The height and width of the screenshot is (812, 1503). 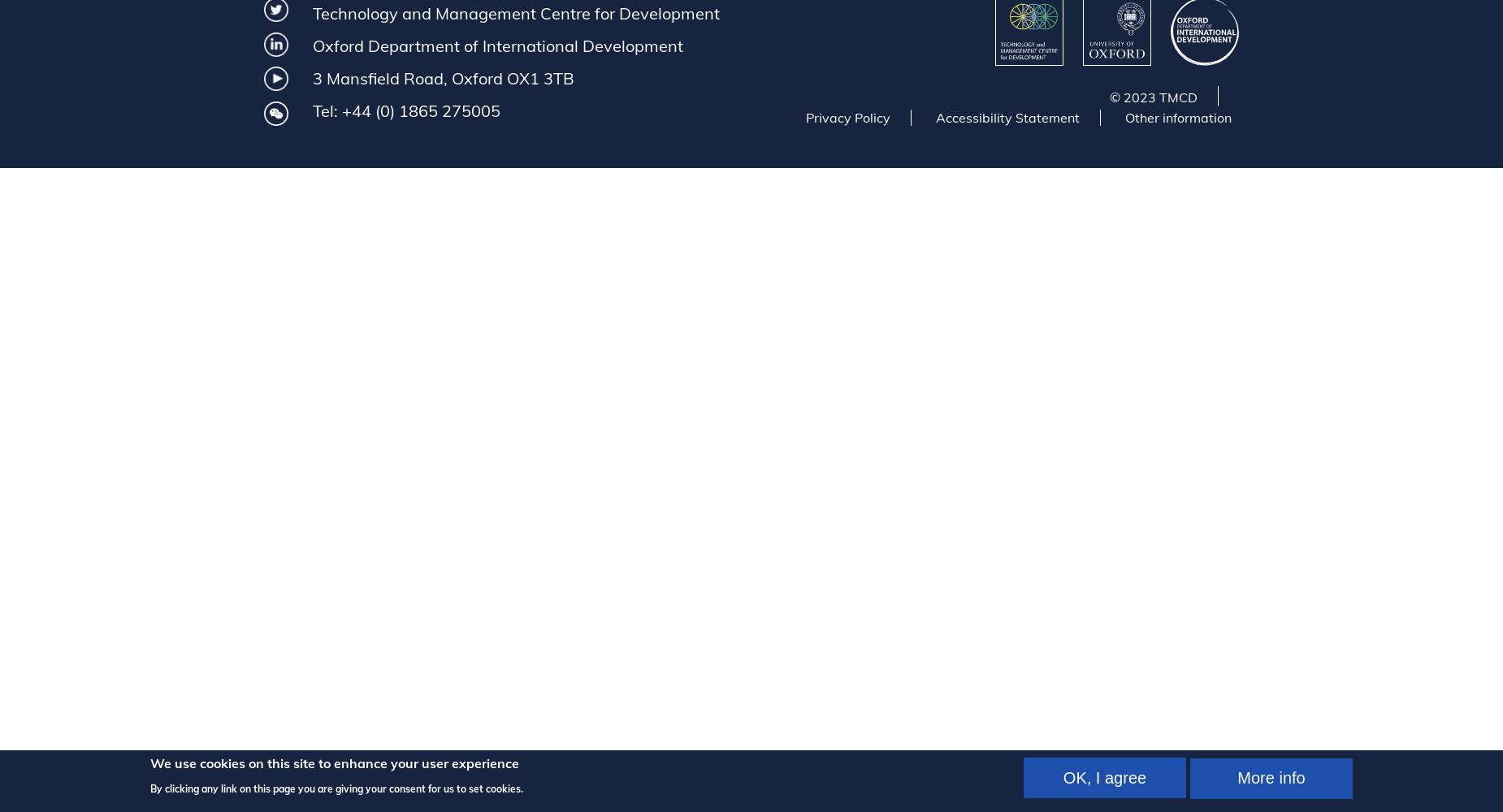 What do you see at coordinates (1154, 97) in the screenshot?
I see `'© 2023 TMCD'` at bounding box center [1154, 97].